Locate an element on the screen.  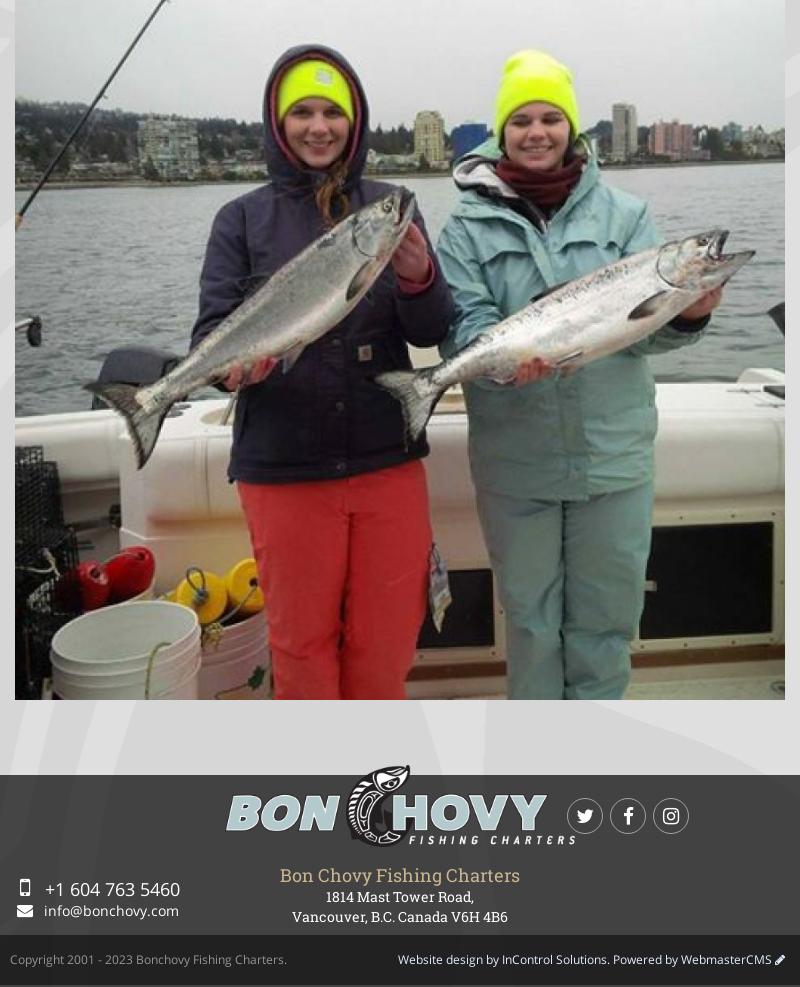
'Vancouver, B.C. Canada  V6H 4B6' is located at coordinates (292, 914).